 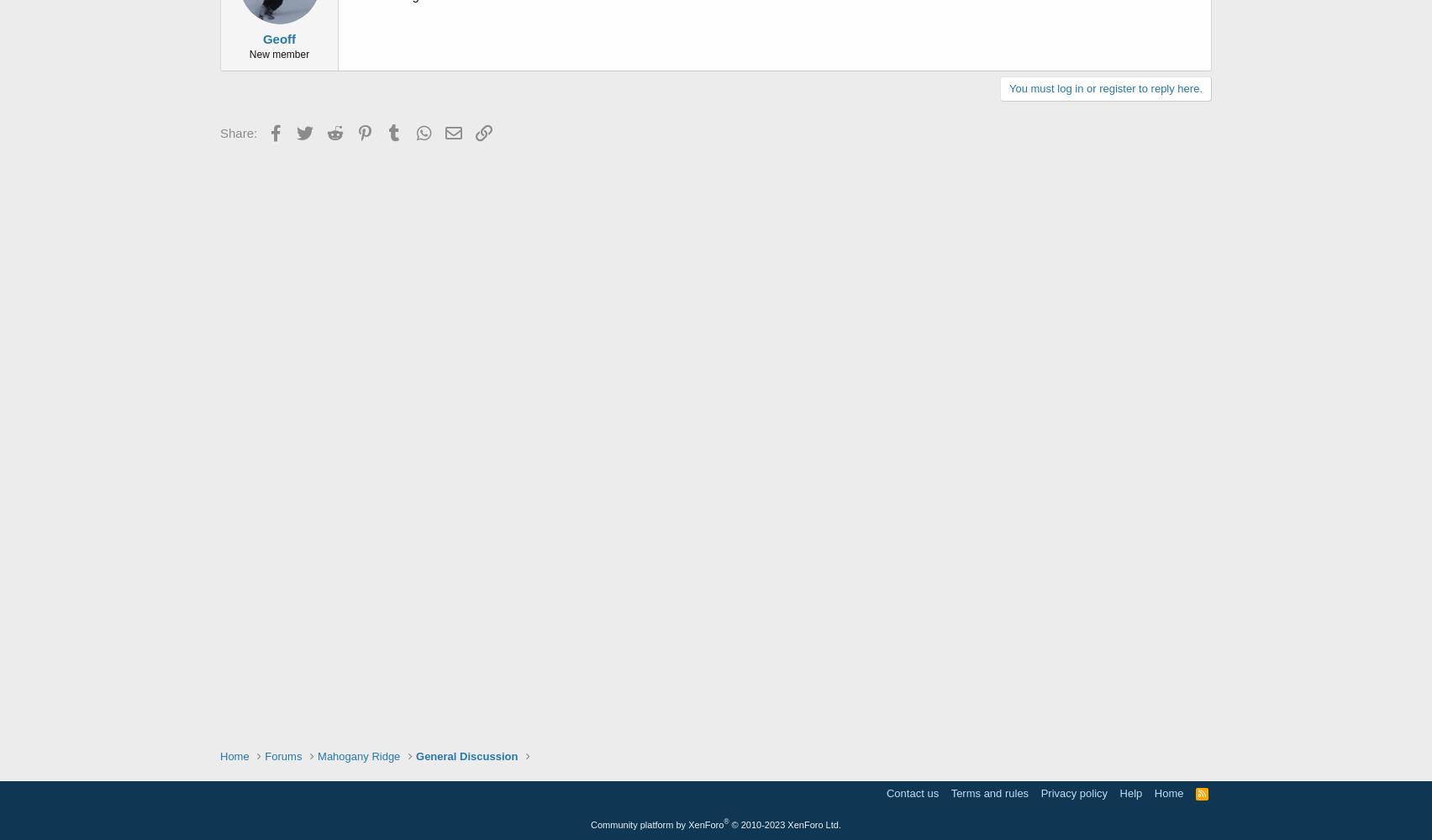 What do you see at coordinates (247, 54) in the screenshot?
I see `'New member'` at bounding box center [247, 54].